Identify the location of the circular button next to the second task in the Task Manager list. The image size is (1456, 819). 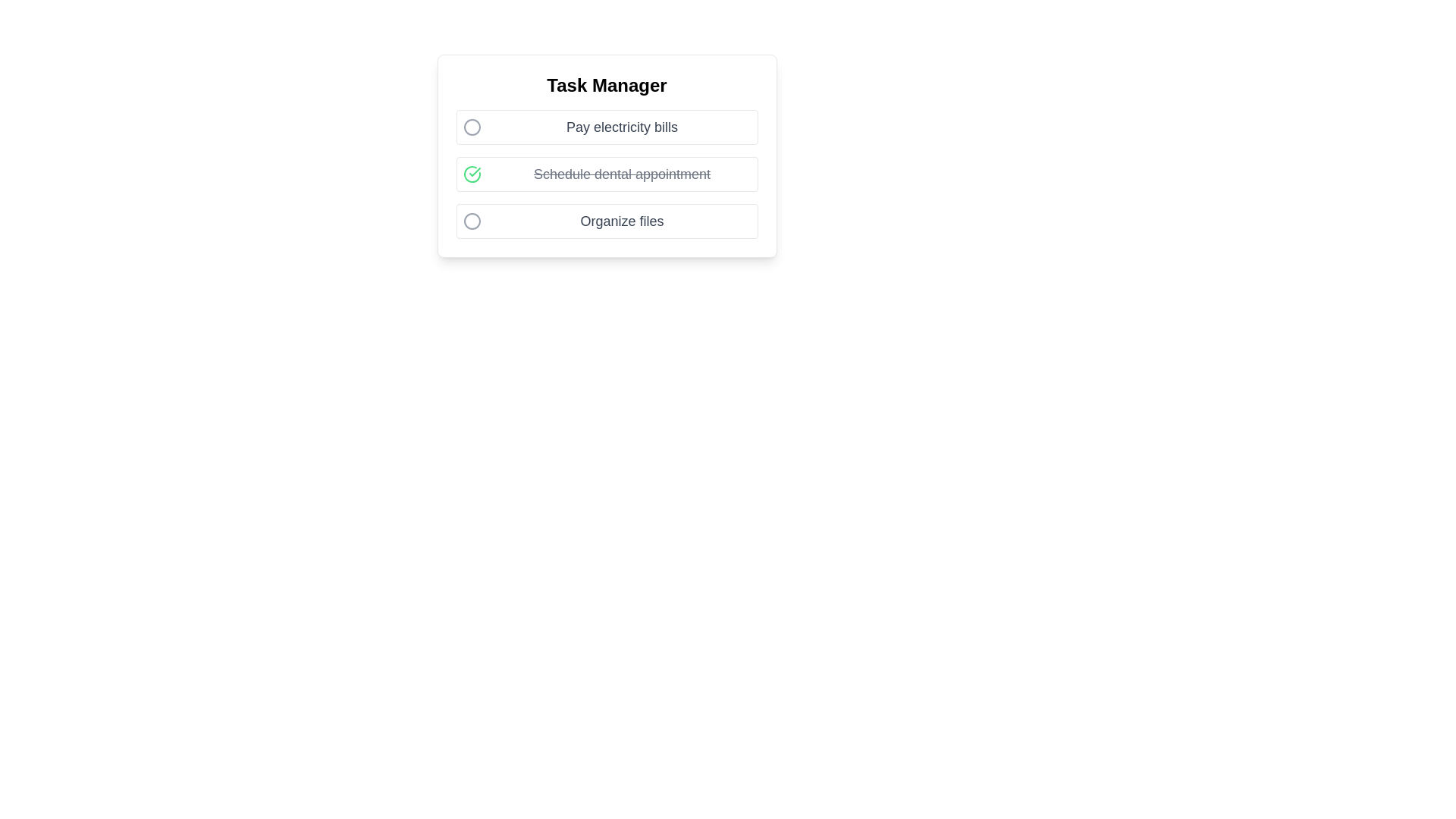
(607, 174).